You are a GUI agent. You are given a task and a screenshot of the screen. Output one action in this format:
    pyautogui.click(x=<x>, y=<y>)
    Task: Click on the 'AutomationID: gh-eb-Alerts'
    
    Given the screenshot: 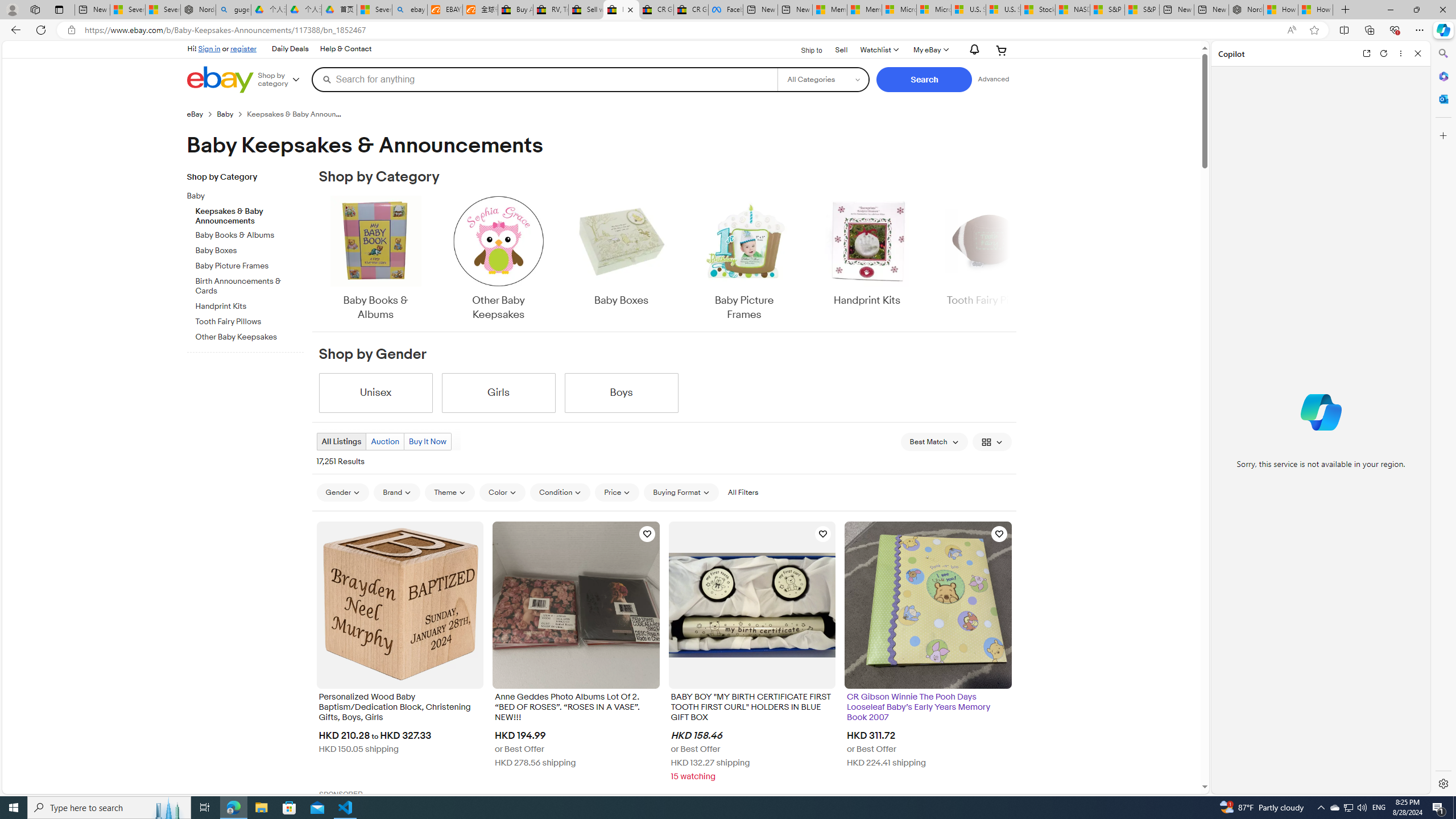 What is the action you would take?
    pyautogui.click(x=972, y=50)
    